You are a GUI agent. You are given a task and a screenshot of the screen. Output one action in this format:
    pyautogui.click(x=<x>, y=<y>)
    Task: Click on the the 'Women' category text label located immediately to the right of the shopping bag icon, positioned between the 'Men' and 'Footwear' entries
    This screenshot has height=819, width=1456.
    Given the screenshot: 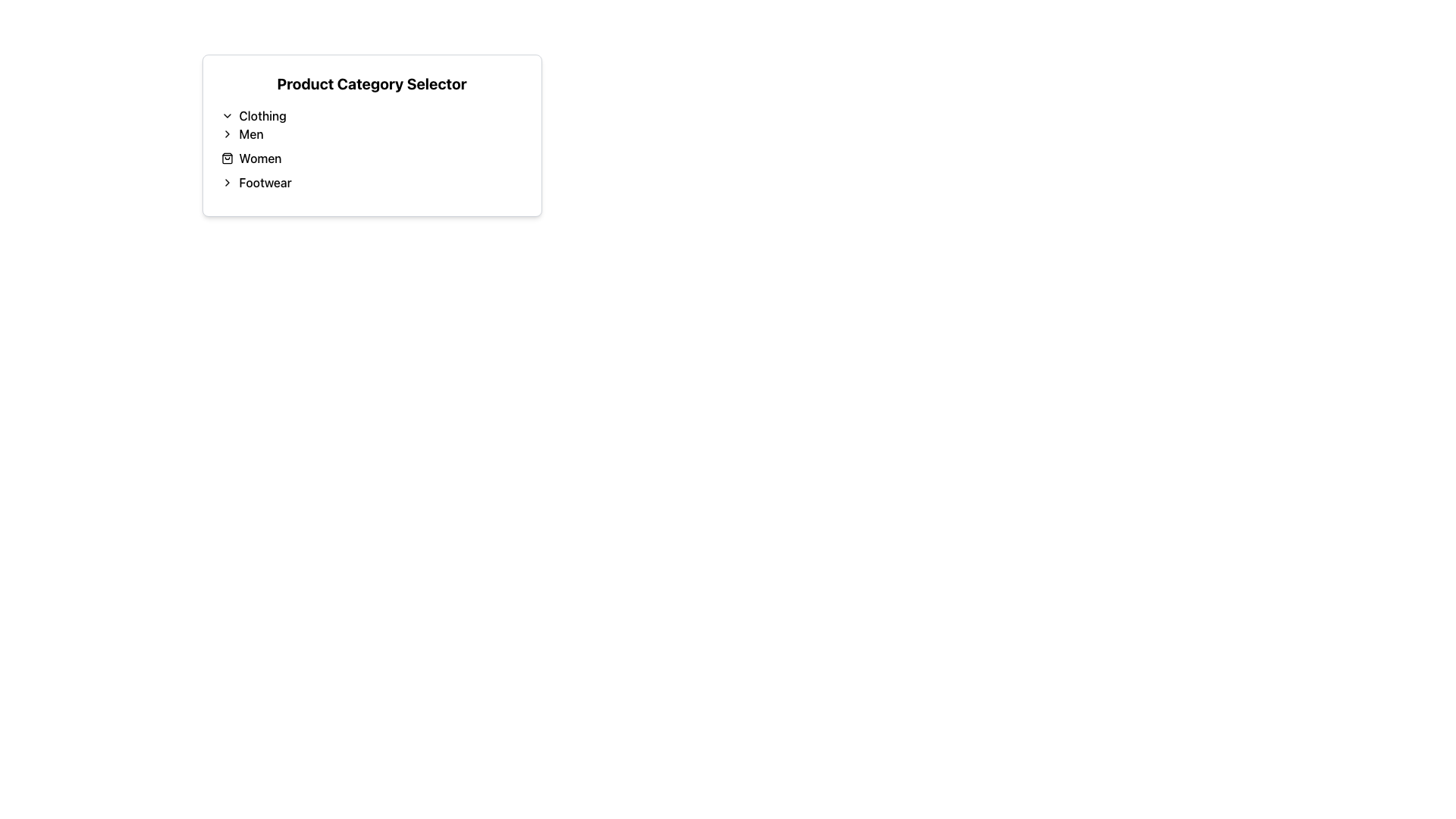 What is the action you would take?
    pyautogui.click(x=260, y=158)
    